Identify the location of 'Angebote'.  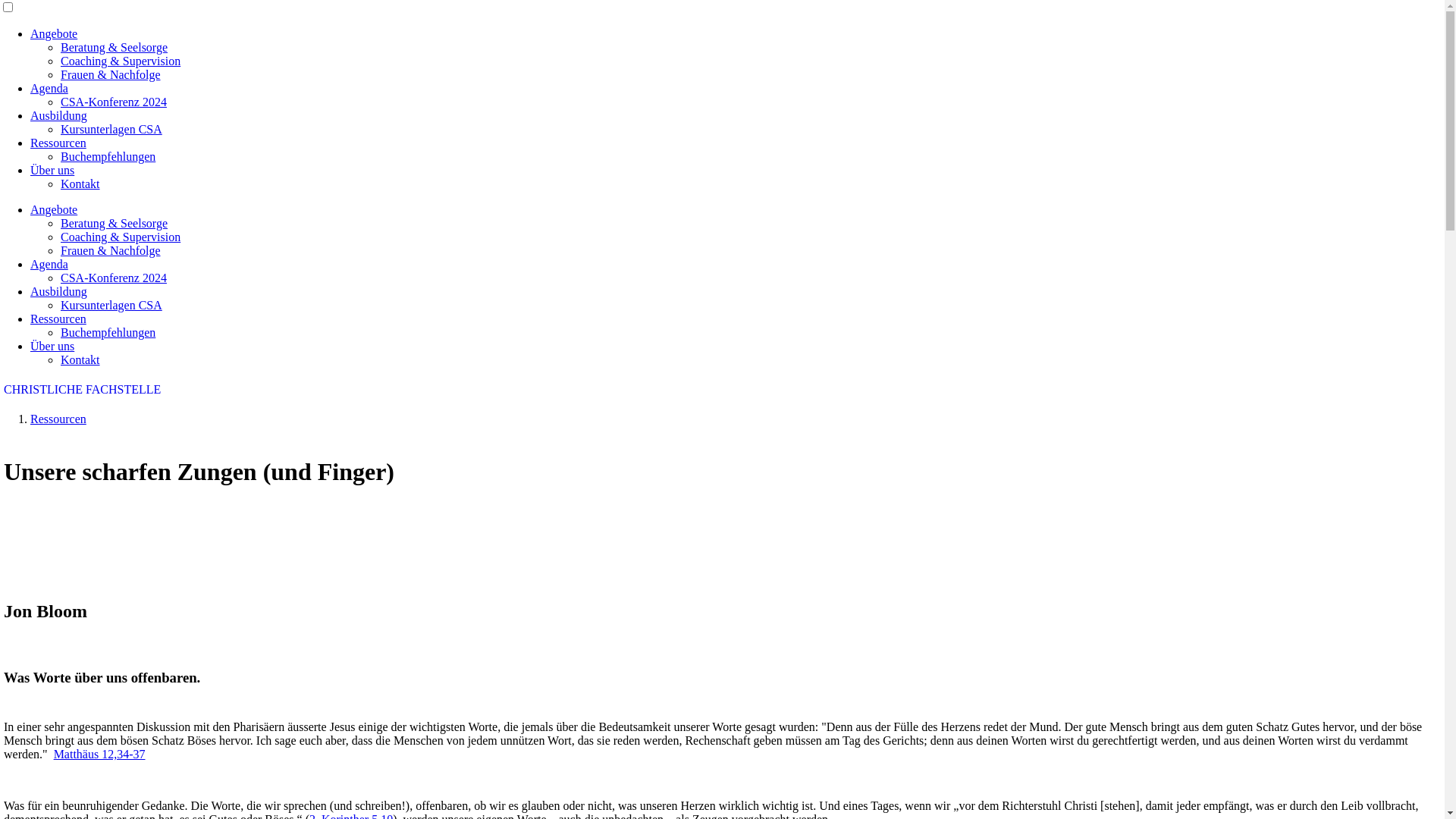
(54, 33).